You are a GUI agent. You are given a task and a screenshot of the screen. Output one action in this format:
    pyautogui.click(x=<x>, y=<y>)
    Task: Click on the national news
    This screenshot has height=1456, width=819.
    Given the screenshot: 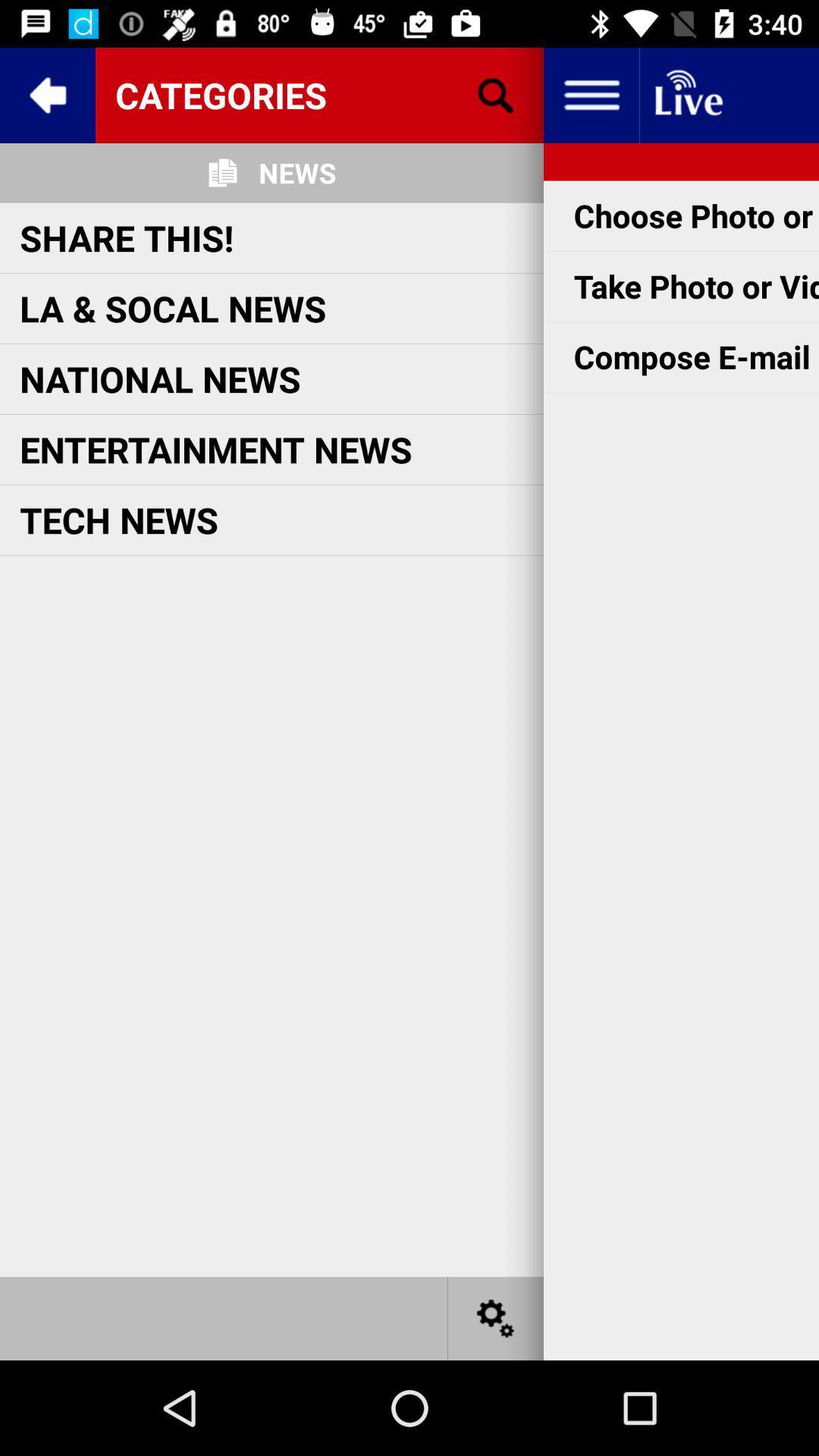 What is the action you would take?
    pyautogui.click(x=160, y=378)
    